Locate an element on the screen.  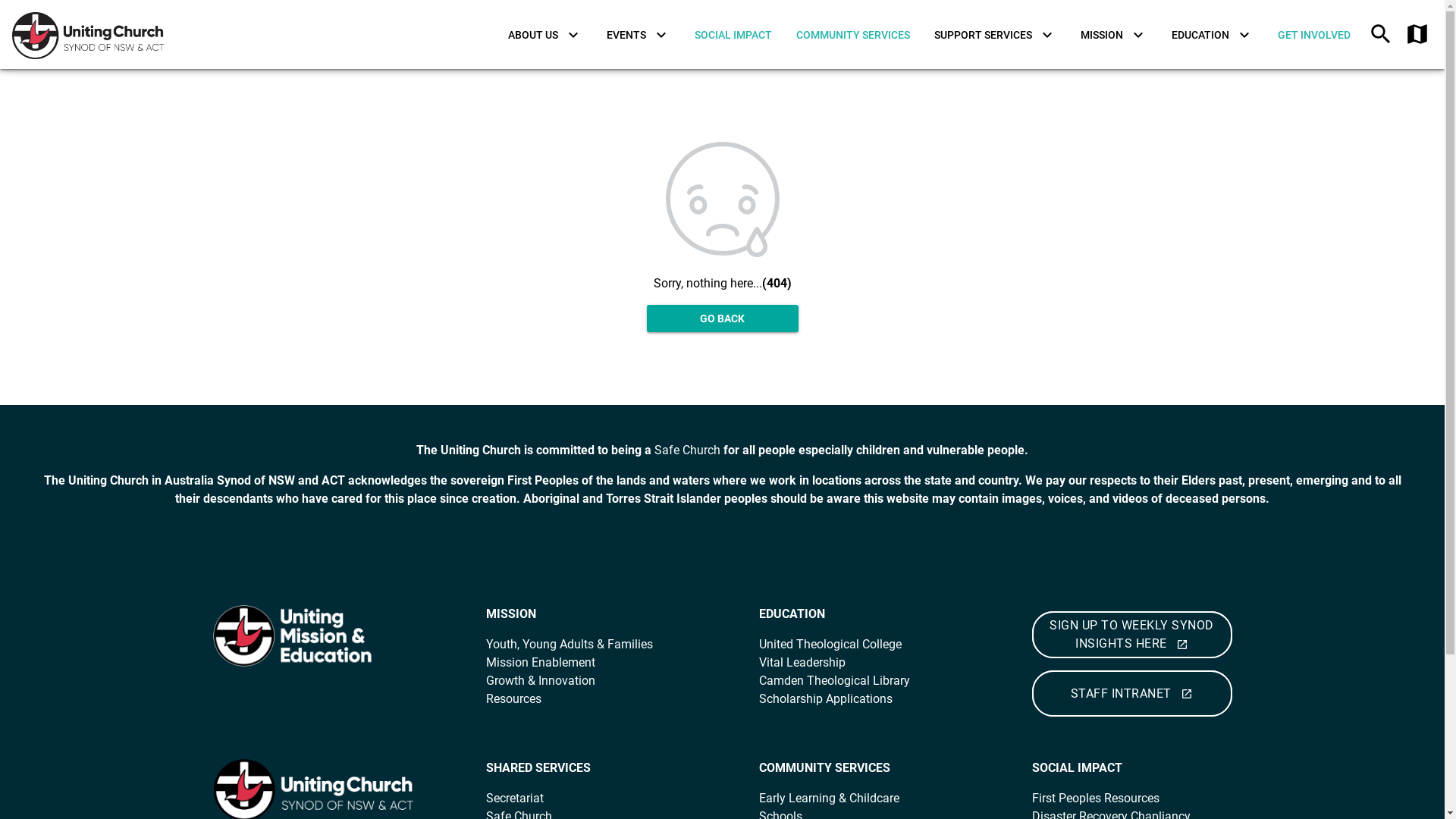
'GET INVOLVED' is located at coordinates (1313, 34).